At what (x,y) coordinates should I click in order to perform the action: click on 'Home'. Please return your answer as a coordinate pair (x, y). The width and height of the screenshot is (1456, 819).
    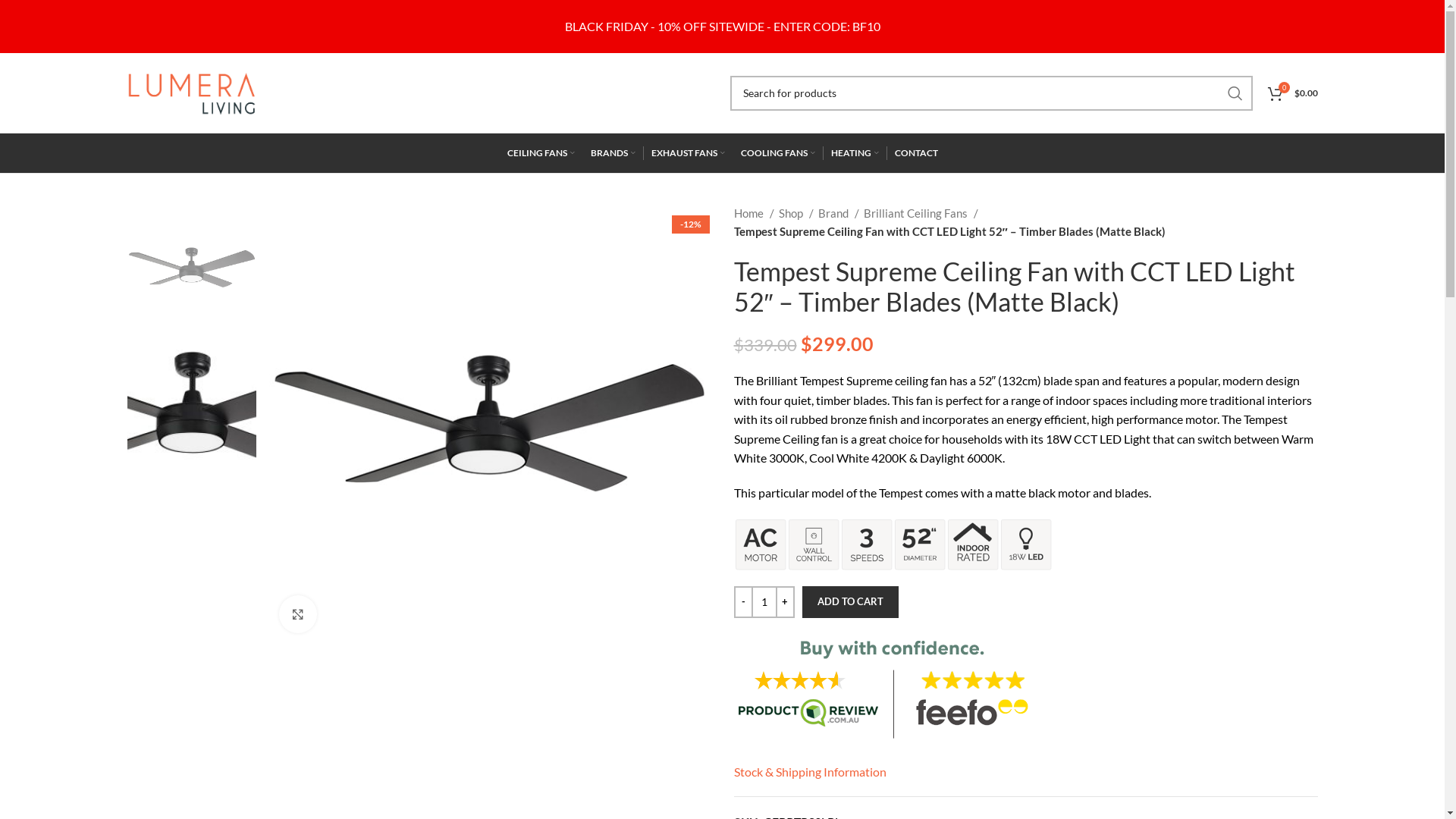
    Looking at the image, I should click on (754, 213).